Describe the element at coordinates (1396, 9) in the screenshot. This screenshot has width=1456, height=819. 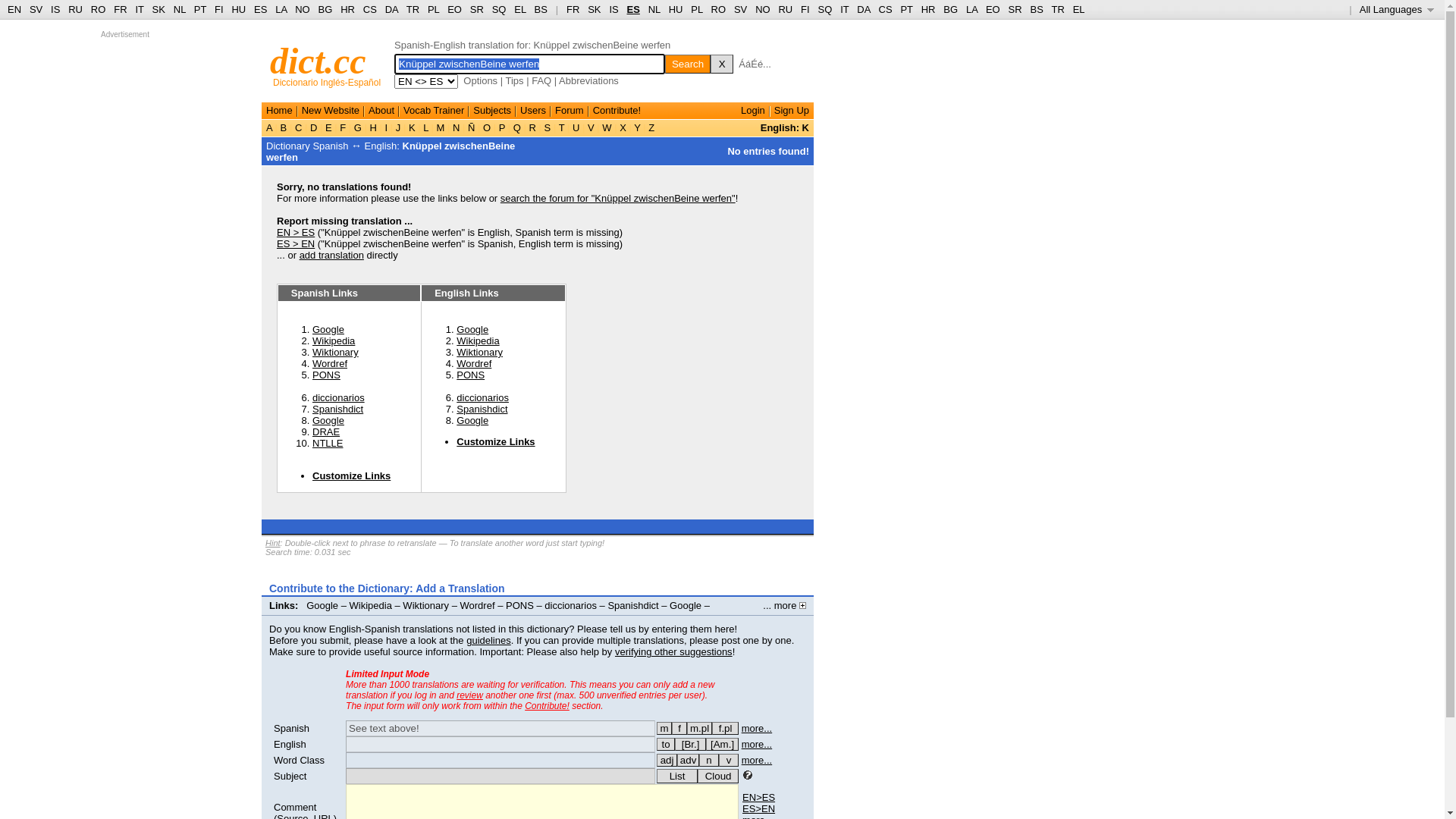
I see `'All Languages '` at that location.